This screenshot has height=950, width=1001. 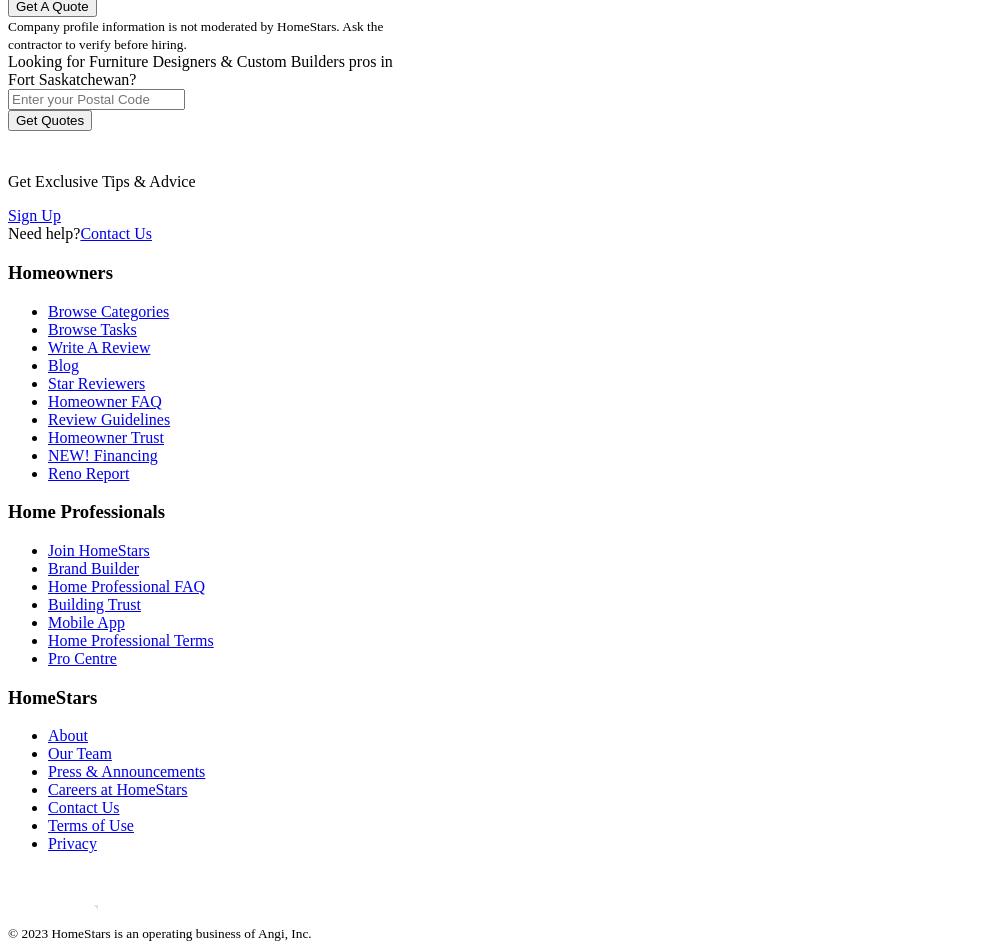 I want to click on 'Homeowners', so click(x=59, y=270).